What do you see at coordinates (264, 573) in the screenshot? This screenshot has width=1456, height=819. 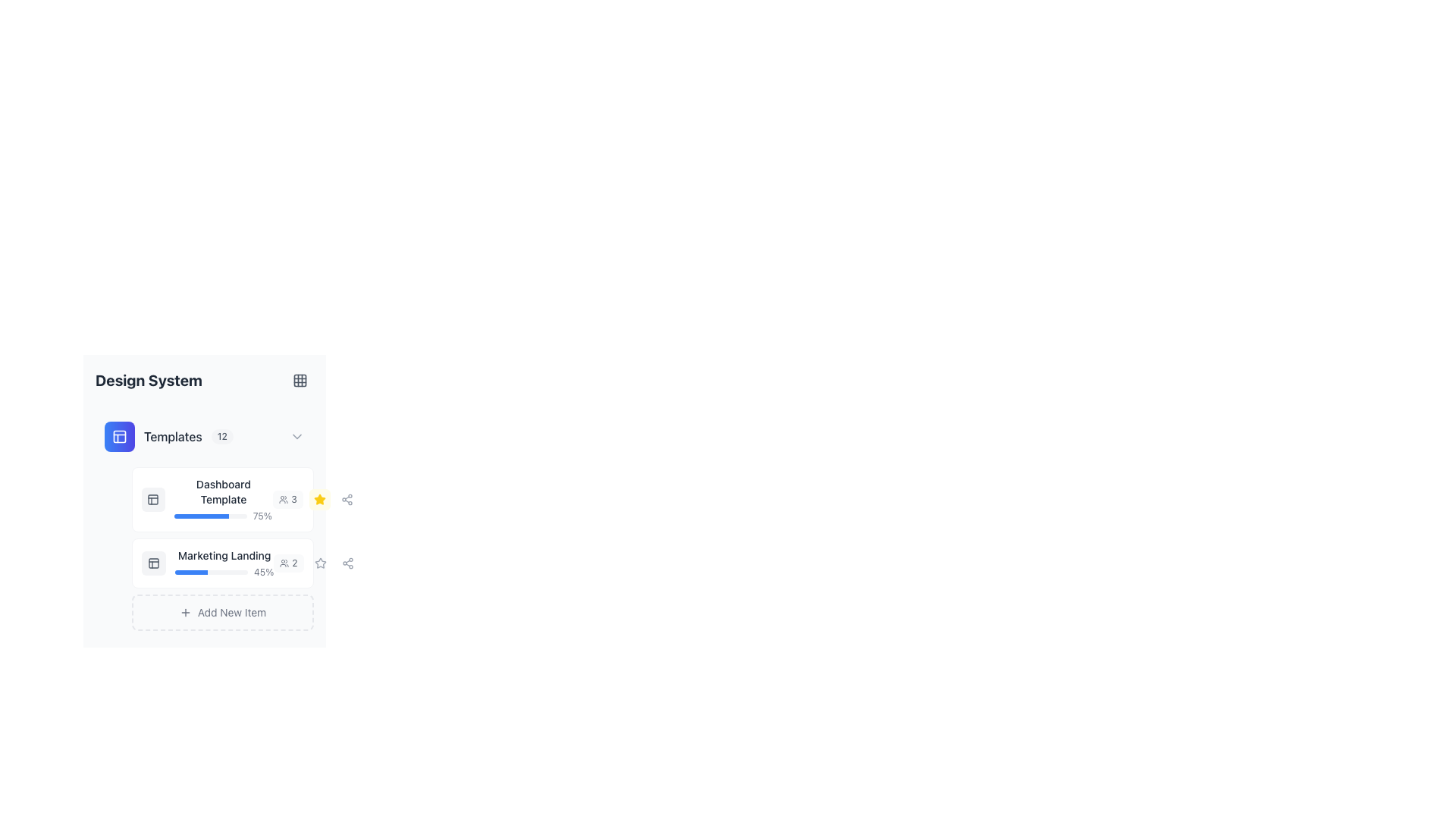 I see `the text label displaying '45%' in a small, gray font, which is positioned to the right of the progress bar` at bounding box center [264, 573].